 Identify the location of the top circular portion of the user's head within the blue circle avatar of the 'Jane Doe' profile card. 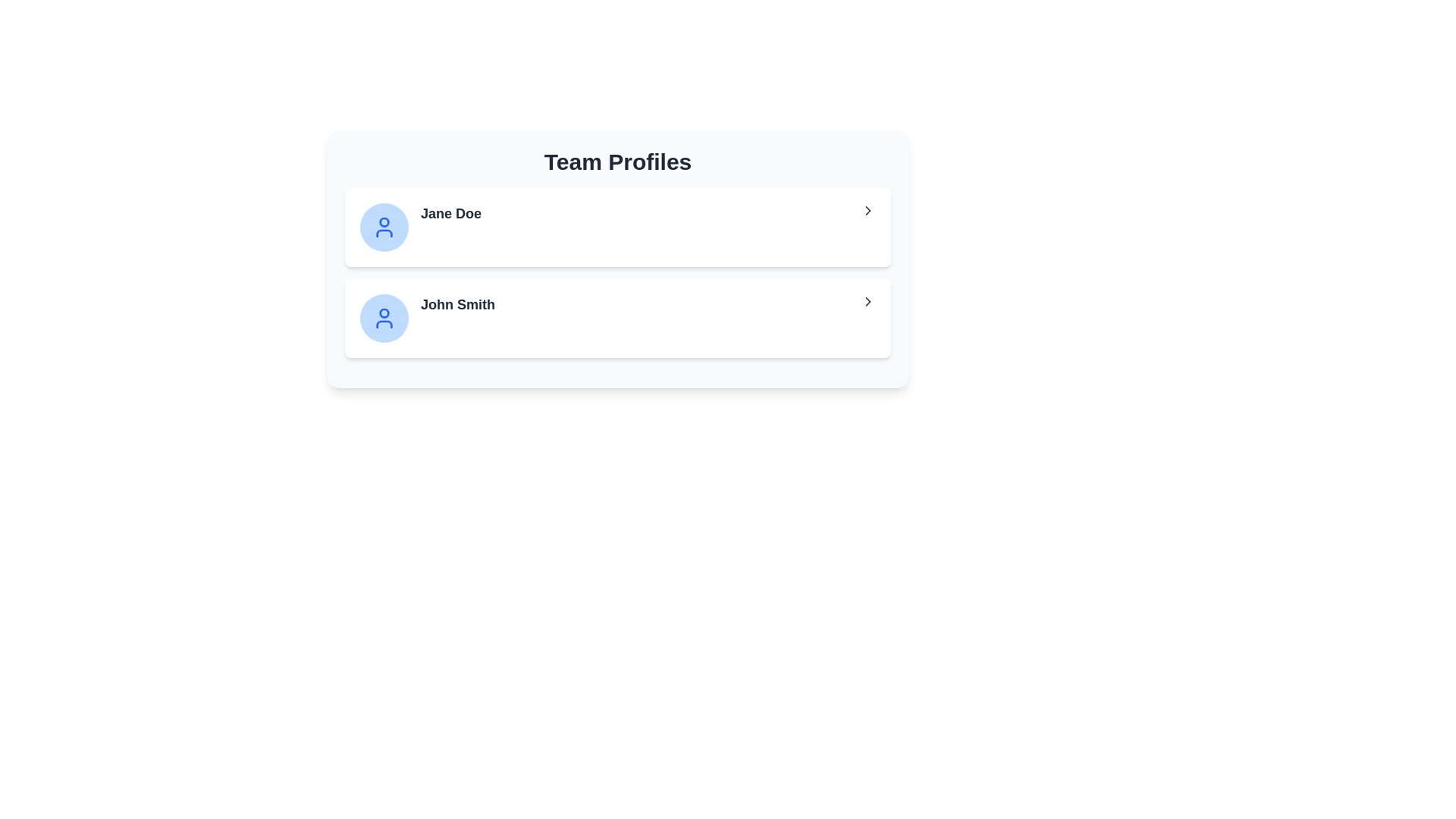
(384, 222).